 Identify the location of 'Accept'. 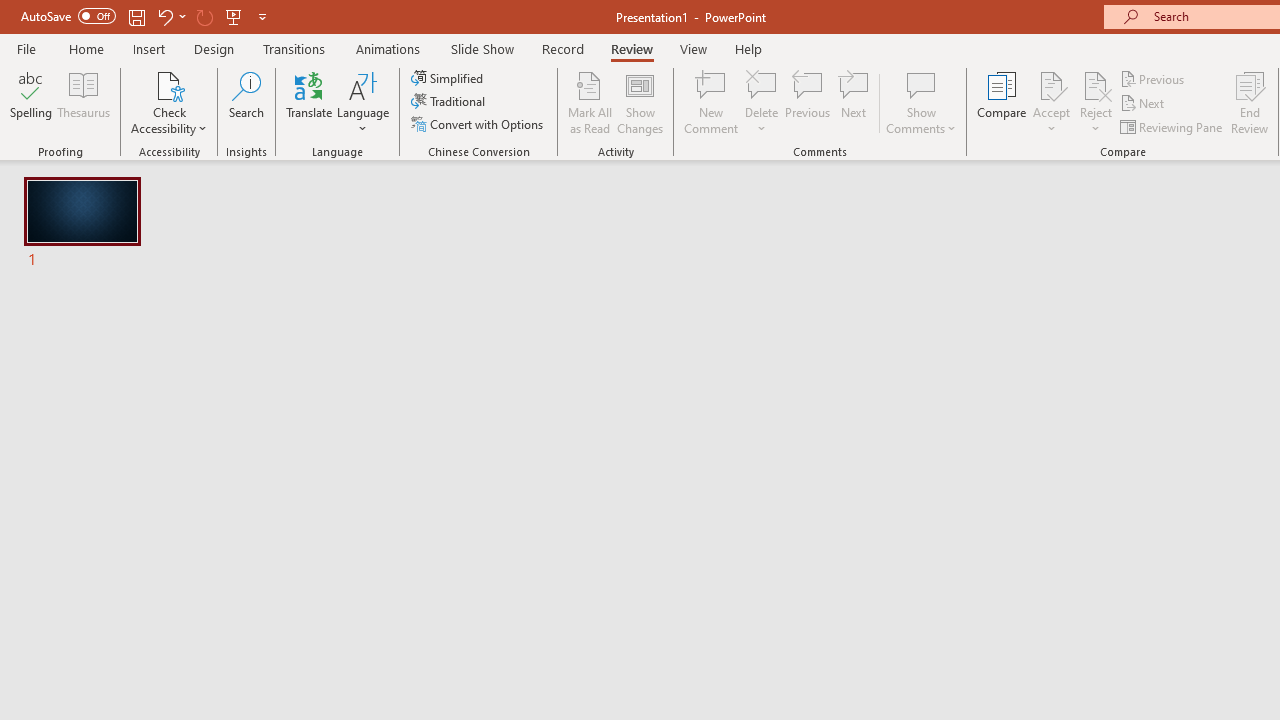
(1050, 103).